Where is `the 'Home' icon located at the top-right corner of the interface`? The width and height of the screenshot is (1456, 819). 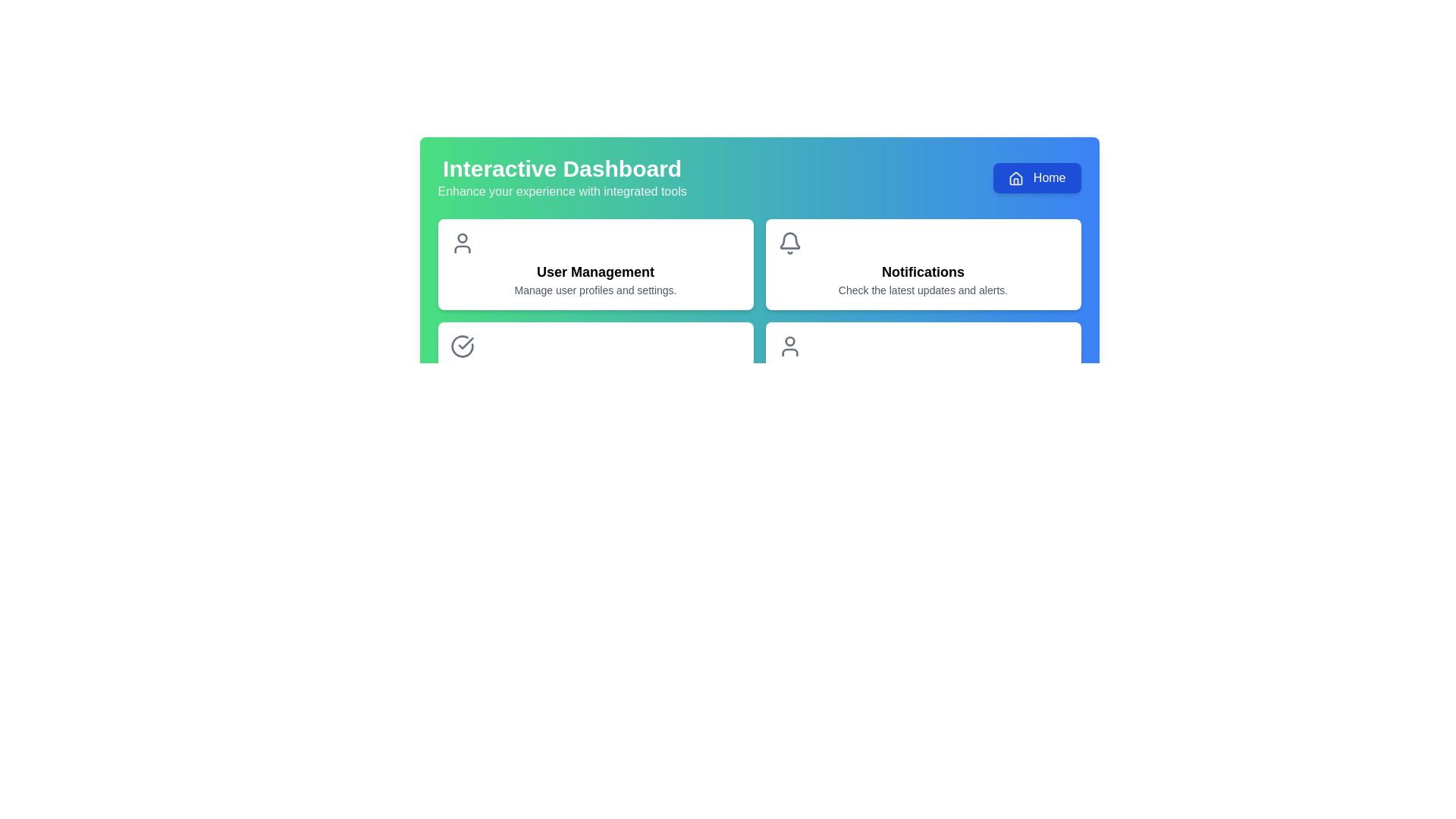 the 'Home' icon located at the top-right corner of the interface is located at coordinates (1016, 177).